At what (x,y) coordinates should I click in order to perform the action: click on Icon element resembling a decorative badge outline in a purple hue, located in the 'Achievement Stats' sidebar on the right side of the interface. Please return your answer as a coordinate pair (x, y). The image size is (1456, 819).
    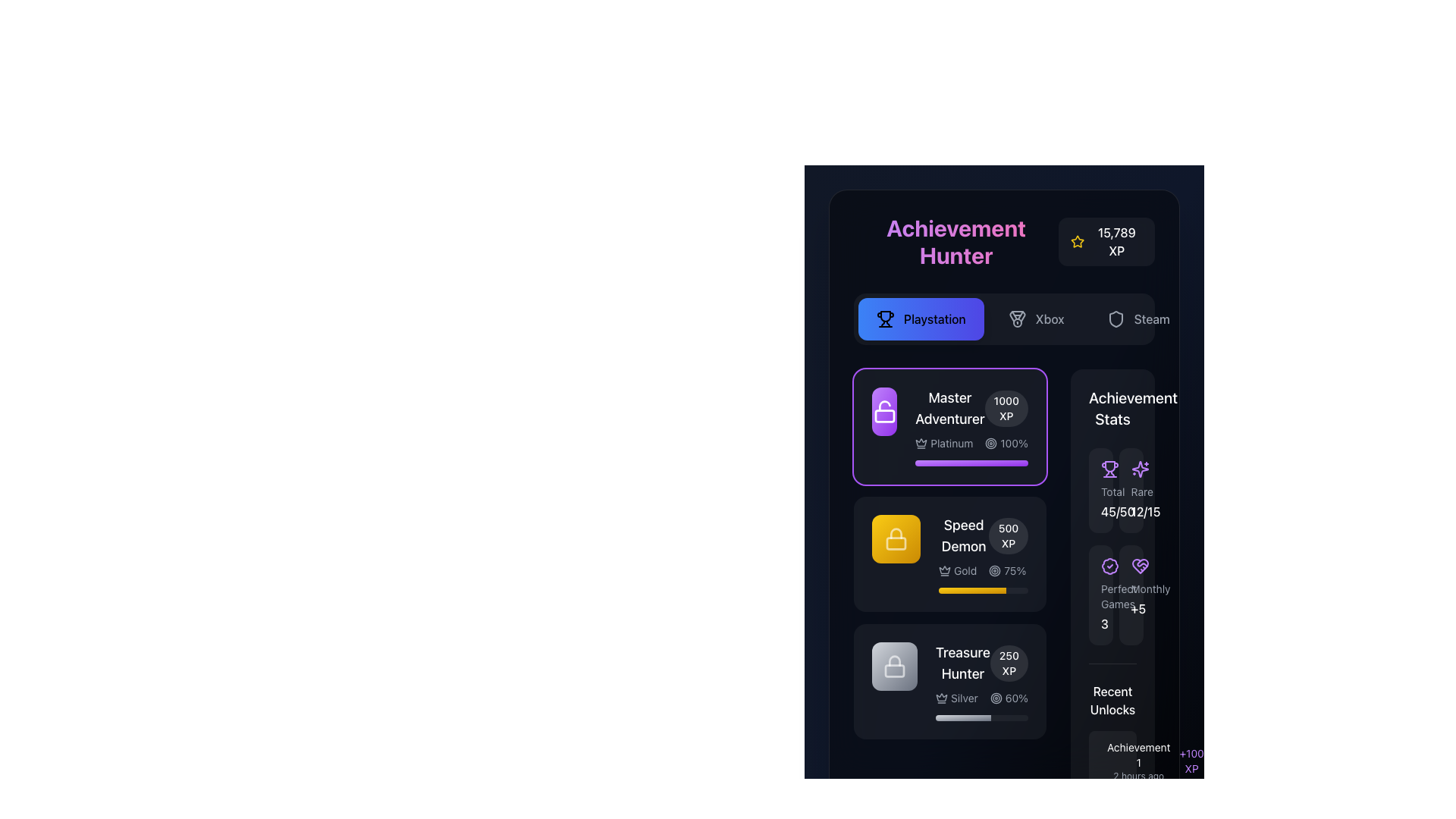
    Looking at the image, I should click on (1110, 566).